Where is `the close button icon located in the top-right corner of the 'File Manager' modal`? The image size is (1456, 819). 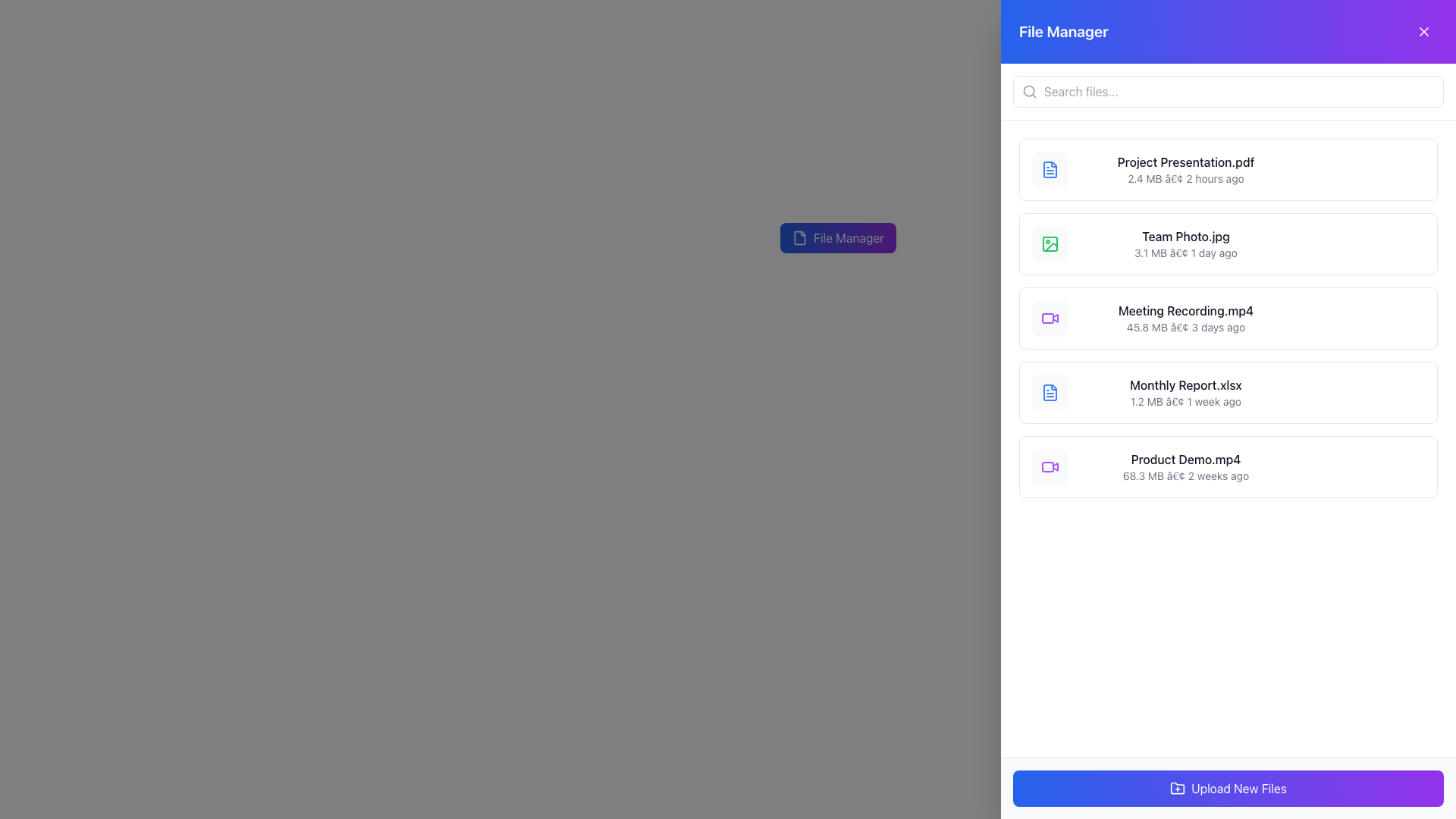 the close button icon located in the top-right corner of the 'File Manager' modal is located at coordinates (1423, 32).